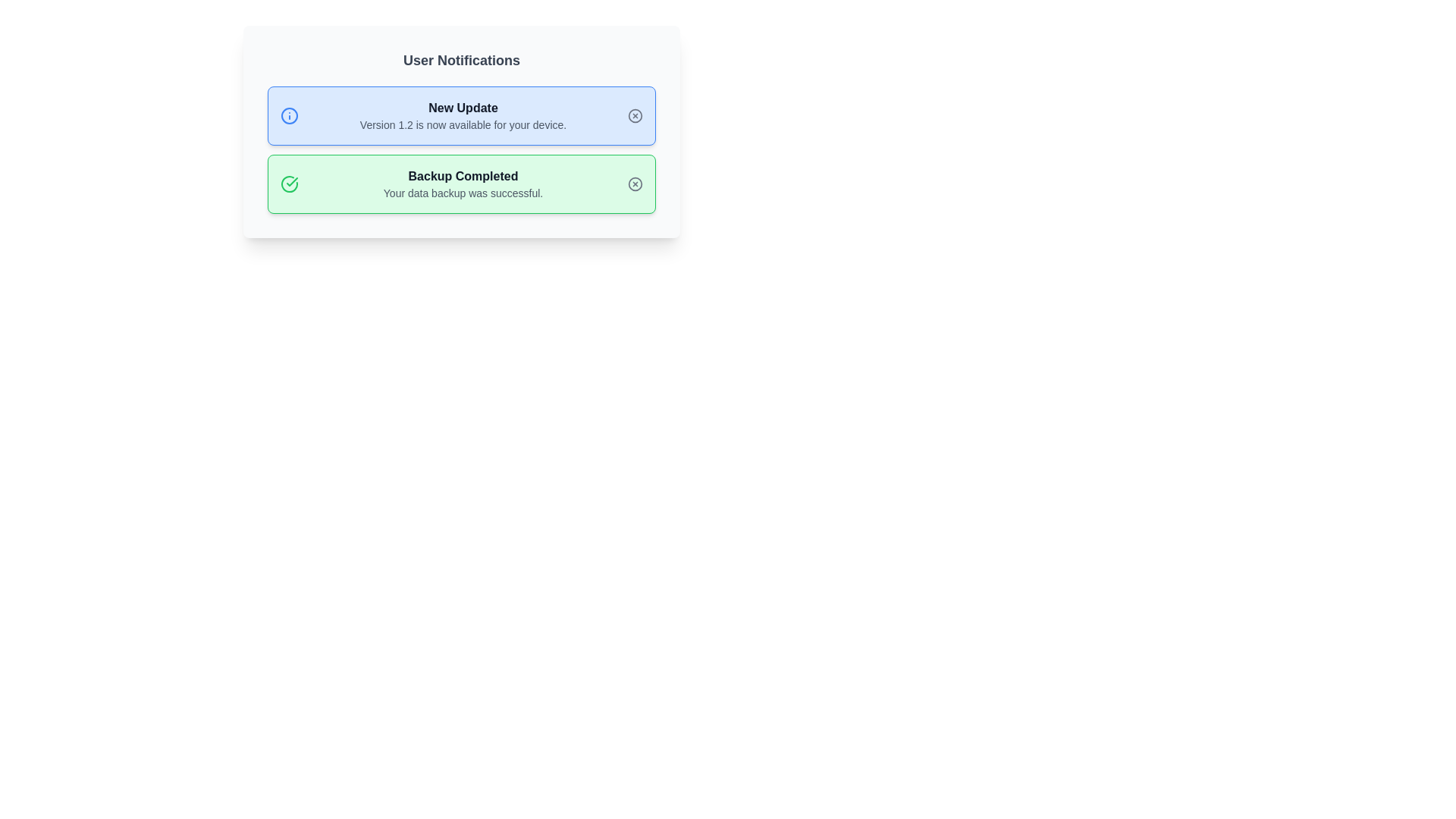 This screenshot has height=819, width=1456. What do you see at coordinates (292, 180) in the screenshot?
I see `green checkmark icon indicating a successful backup, located in the notification section labeled 'Backup Completed.'` at bounding box center [292, 180].